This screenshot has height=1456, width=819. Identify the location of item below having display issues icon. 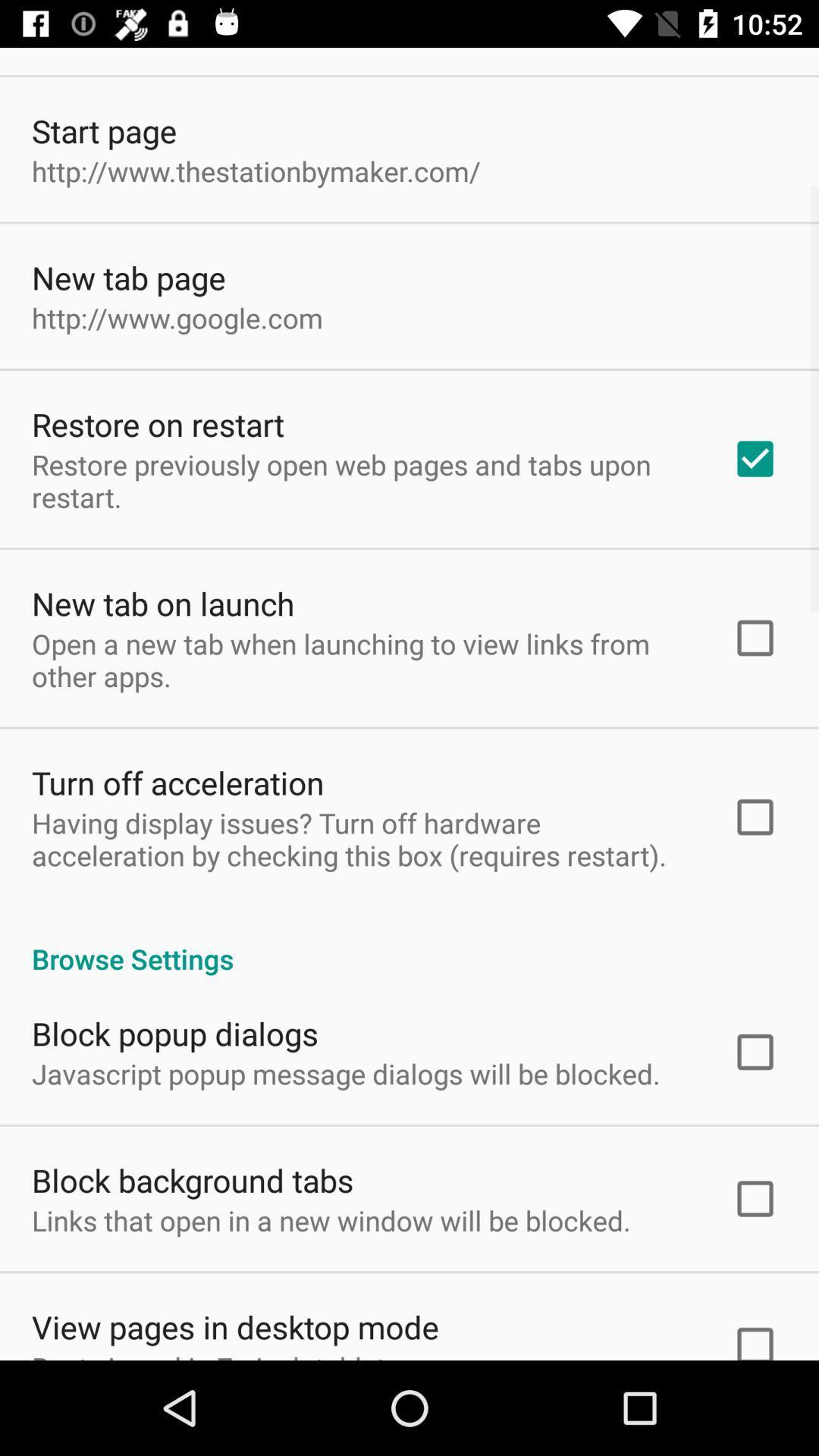
(409, 942).